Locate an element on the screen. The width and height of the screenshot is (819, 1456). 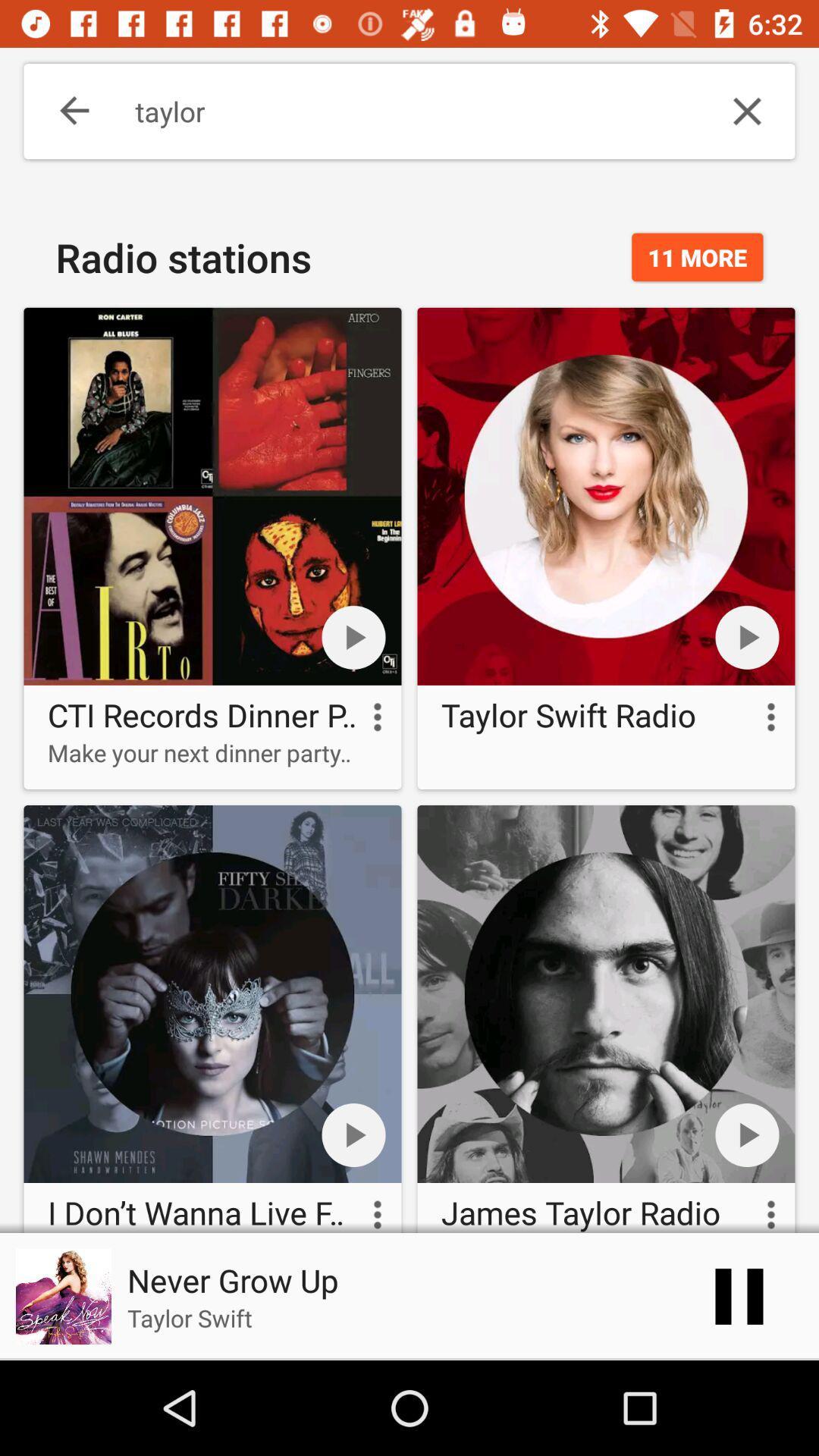
the item next to the radio stations item is located at coordinates (697, 257).